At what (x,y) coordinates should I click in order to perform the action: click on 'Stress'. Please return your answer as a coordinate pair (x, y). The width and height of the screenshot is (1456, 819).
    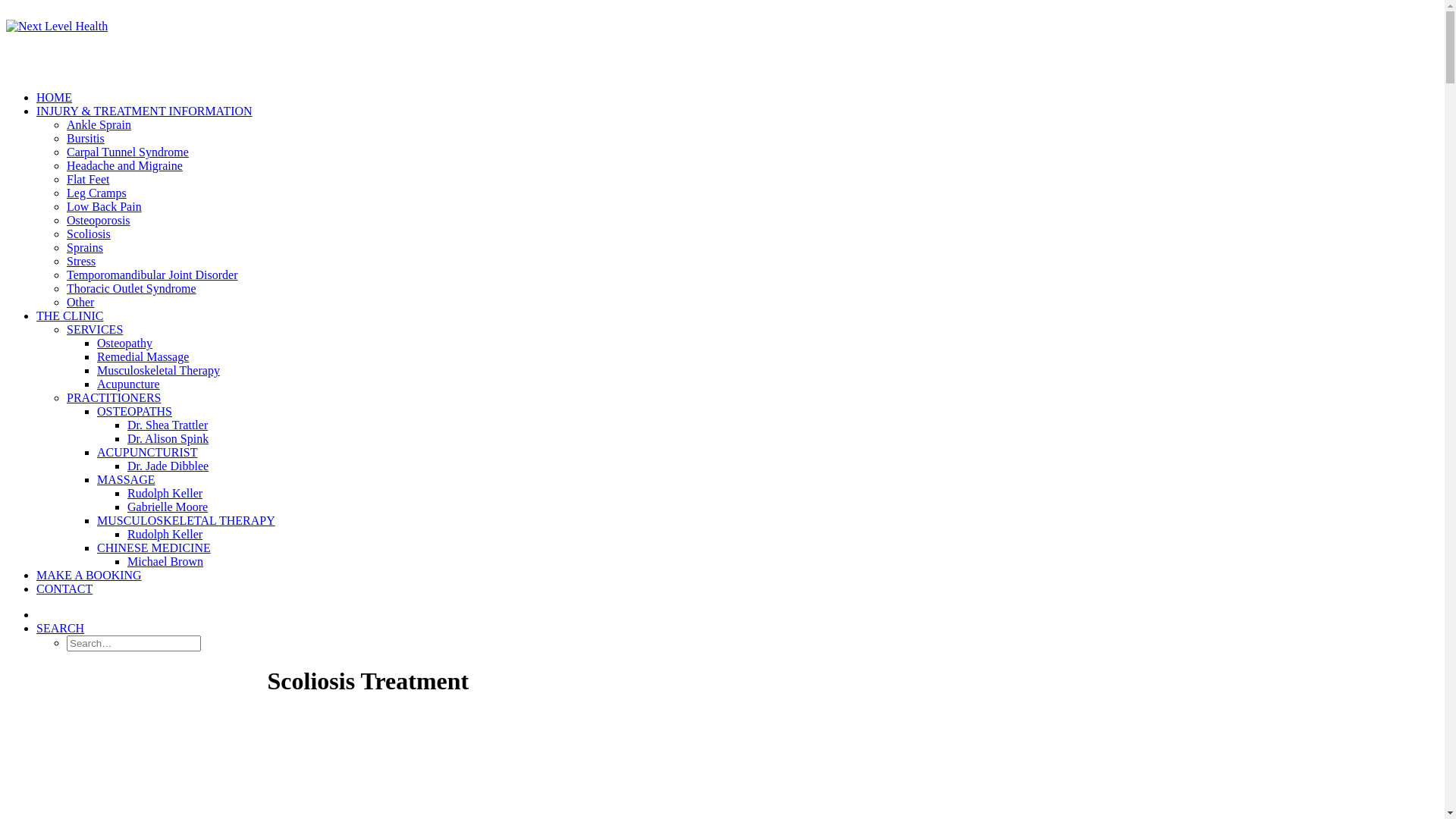
    Looking at the image, I should click on (80, 260).